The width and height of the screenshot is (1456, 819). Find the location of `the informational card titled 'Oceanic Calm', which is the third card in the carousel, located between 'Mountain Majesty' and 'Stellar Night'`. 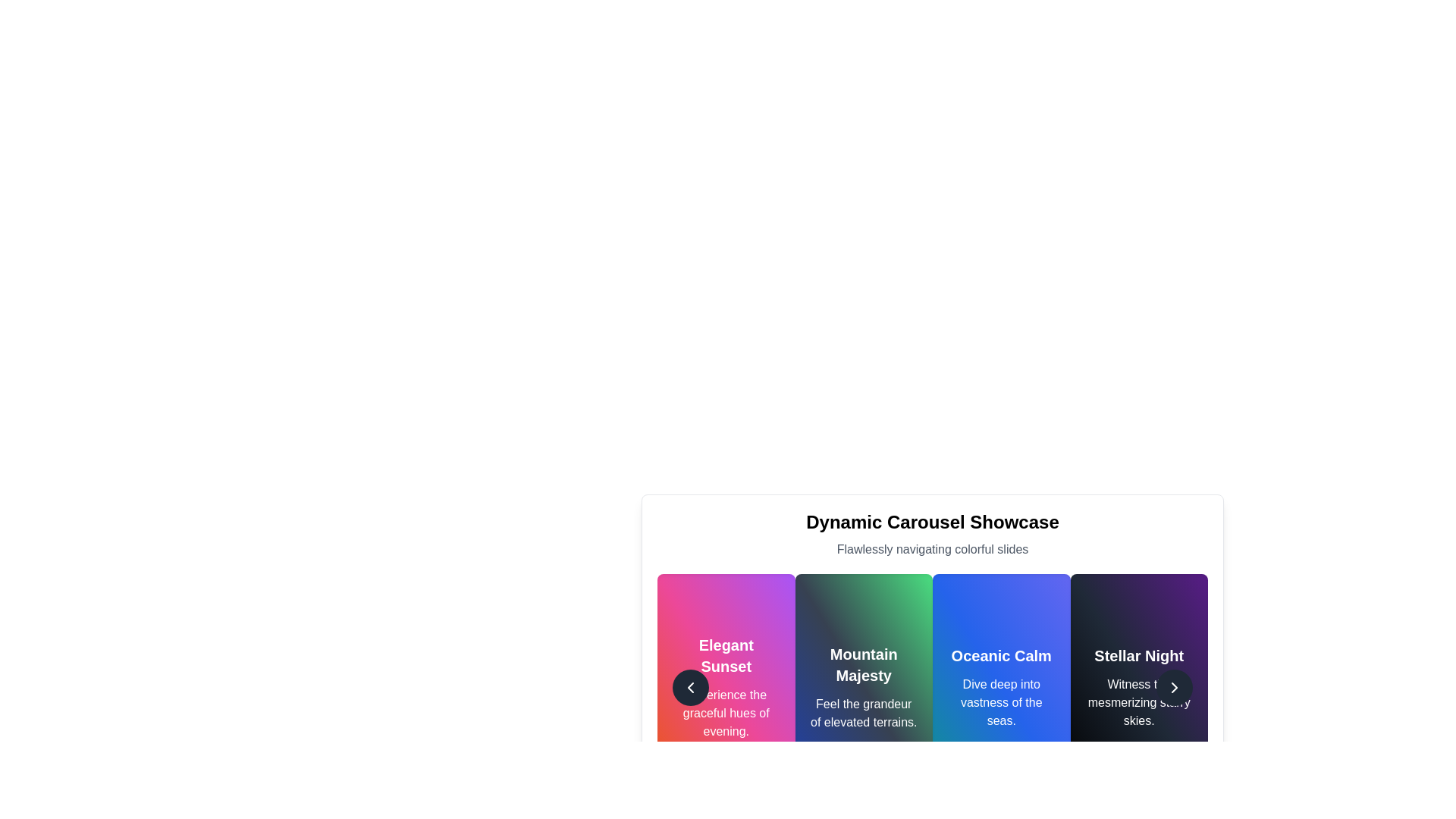

the informational card titled 'Oceanic Calm', which is the third card in the carousel, located between 'Mountain Majesty' and 'Stellar Night' is located at coordinates (1001, 687).